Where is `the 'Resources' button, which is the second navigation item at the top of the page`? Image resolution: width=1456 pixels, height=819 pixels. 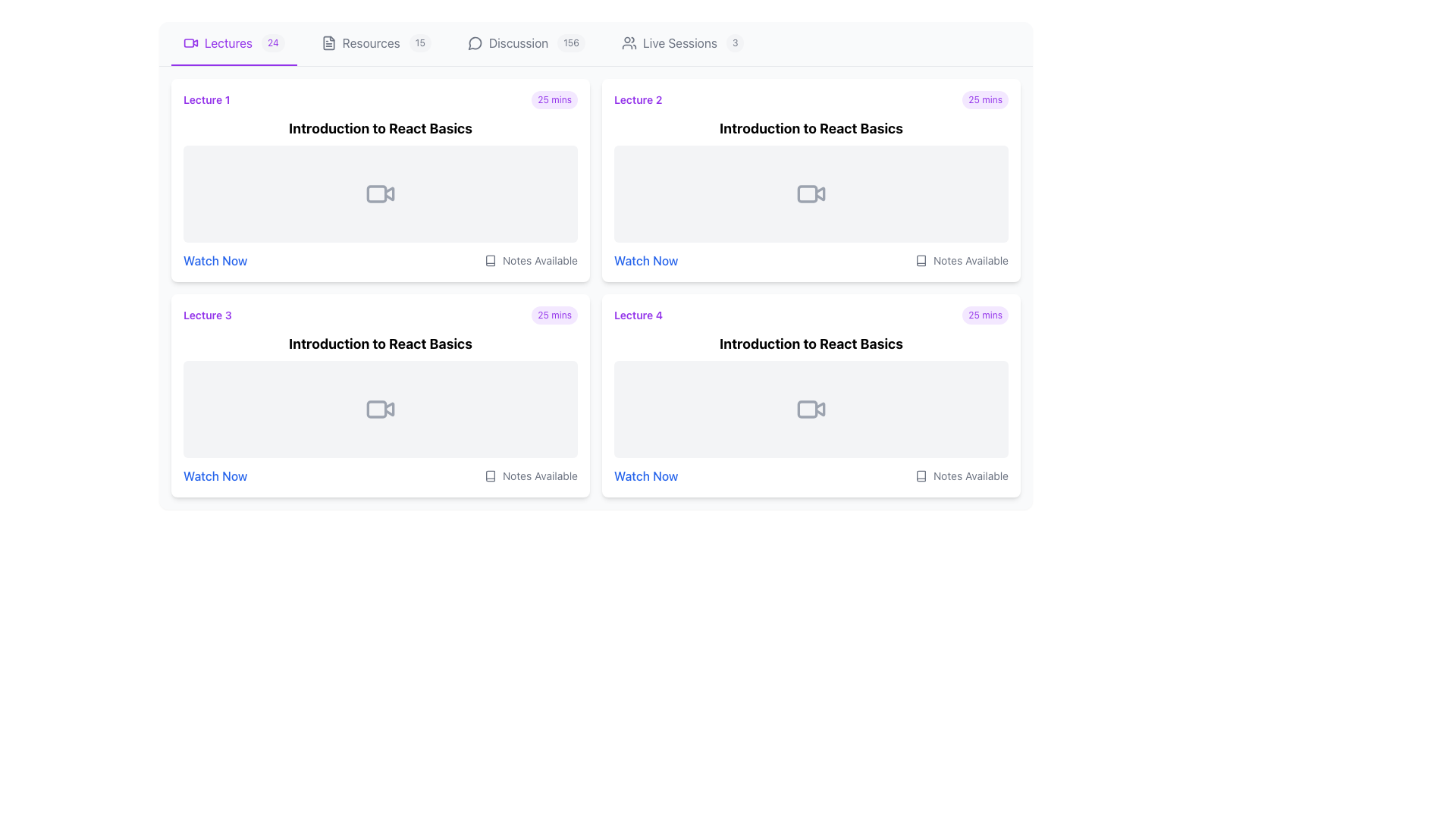
the 'Resources' button, which is the second navigation item at the top of the page is located at coordinates (376, 42).